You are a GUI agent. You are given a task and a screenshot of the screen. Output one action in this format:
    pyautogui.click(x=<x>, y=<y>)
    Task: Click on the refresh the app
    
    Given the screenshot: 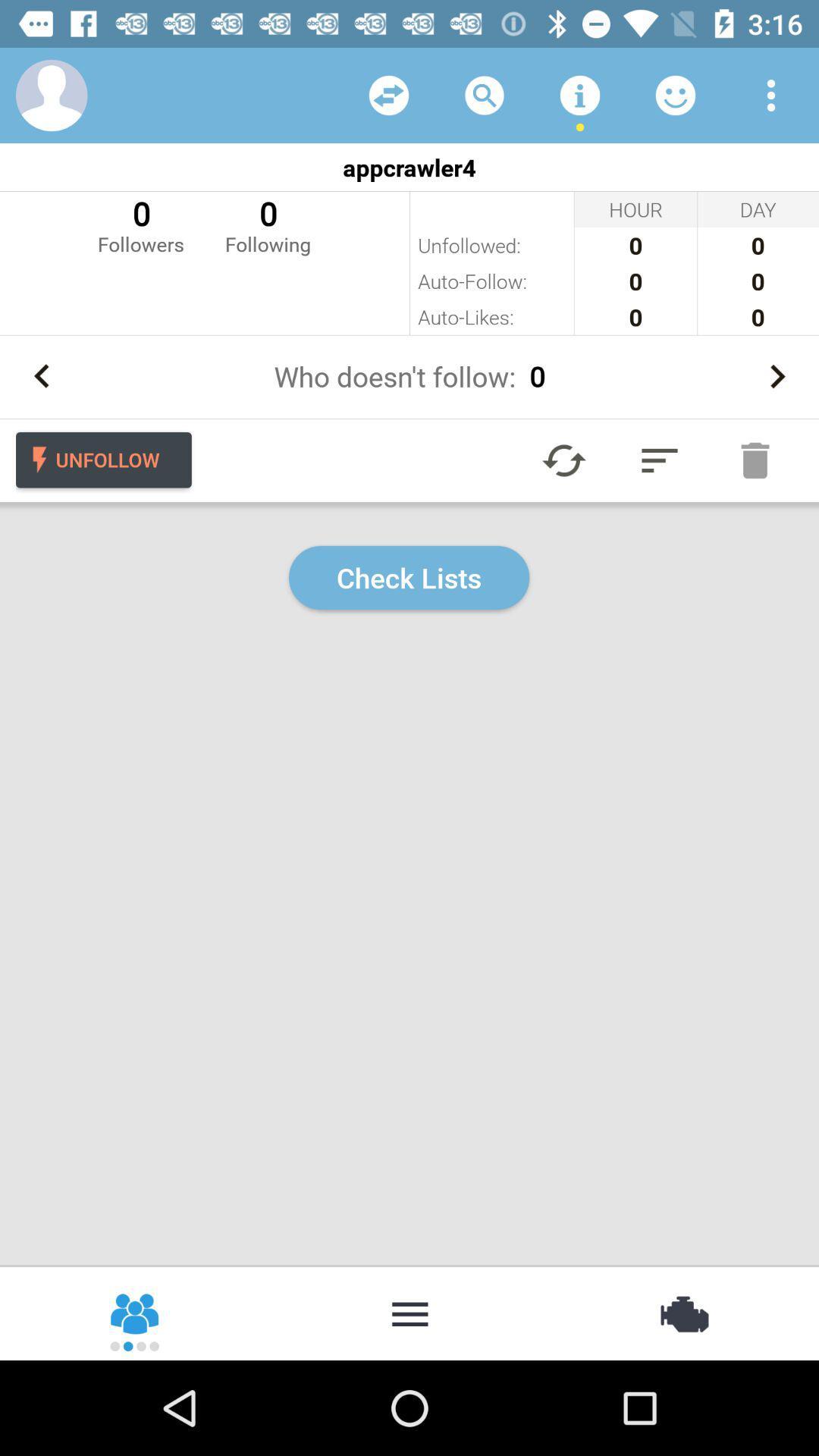 What is the action you would take?
    pyautogui.click(x=564, y=460)
    